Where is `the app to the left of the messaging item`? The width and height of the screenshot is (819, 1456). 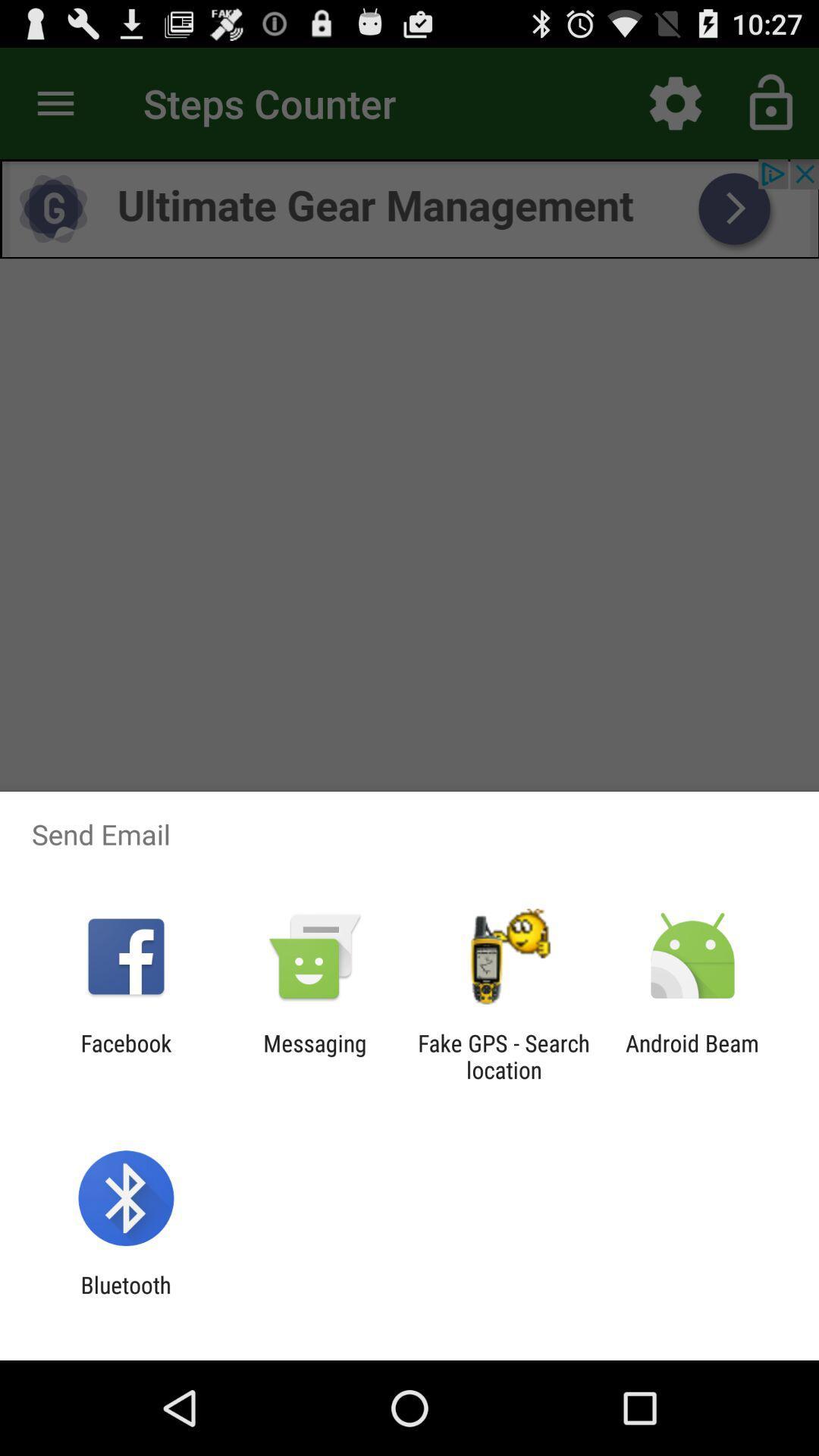 the app to the left of the messaging item is located at coordinates (125, 1056).